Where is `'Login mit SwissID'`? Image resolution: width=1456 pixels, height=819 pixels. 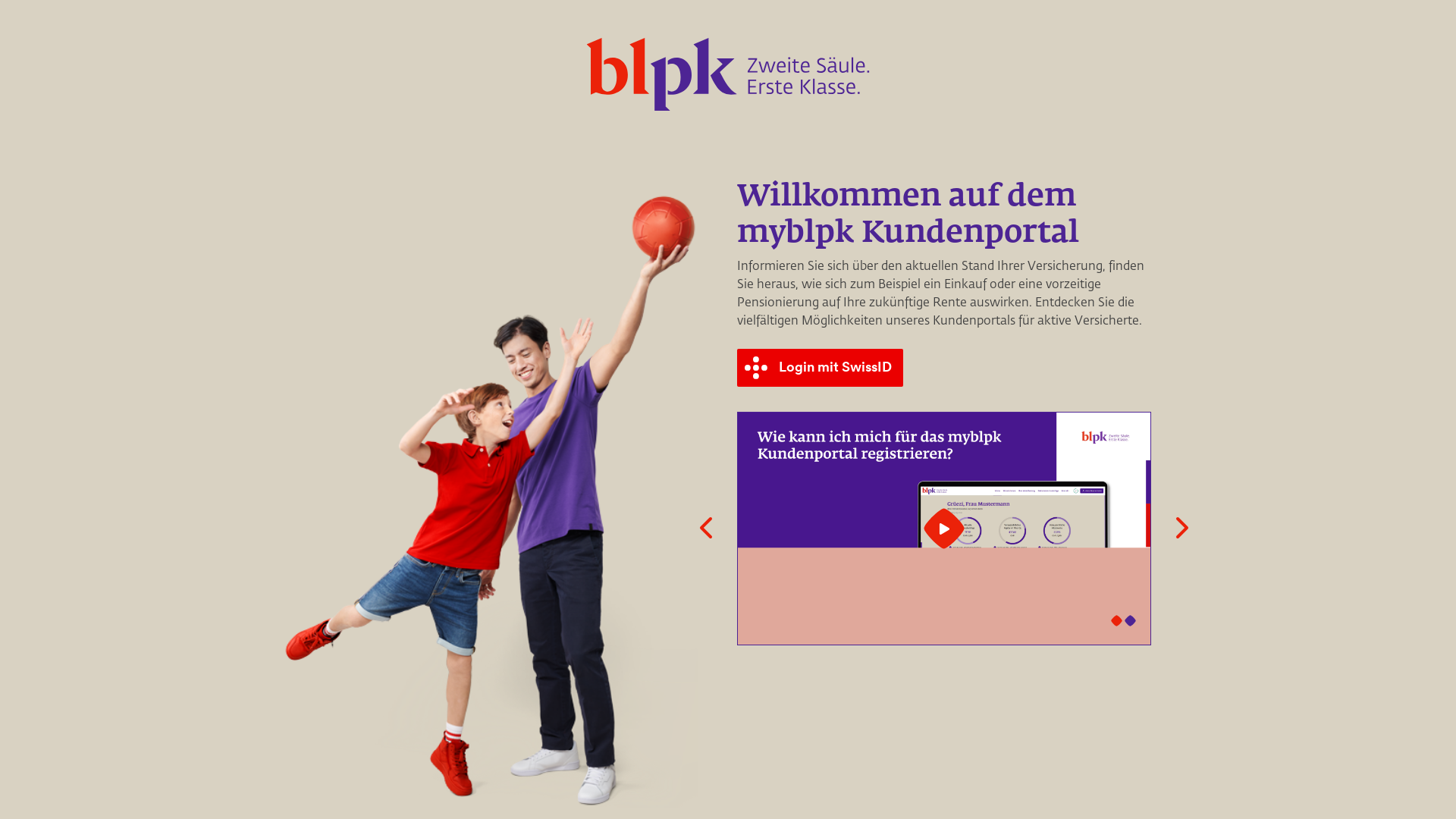
'Login mit SwissID' is located at coordinates (821, 368).